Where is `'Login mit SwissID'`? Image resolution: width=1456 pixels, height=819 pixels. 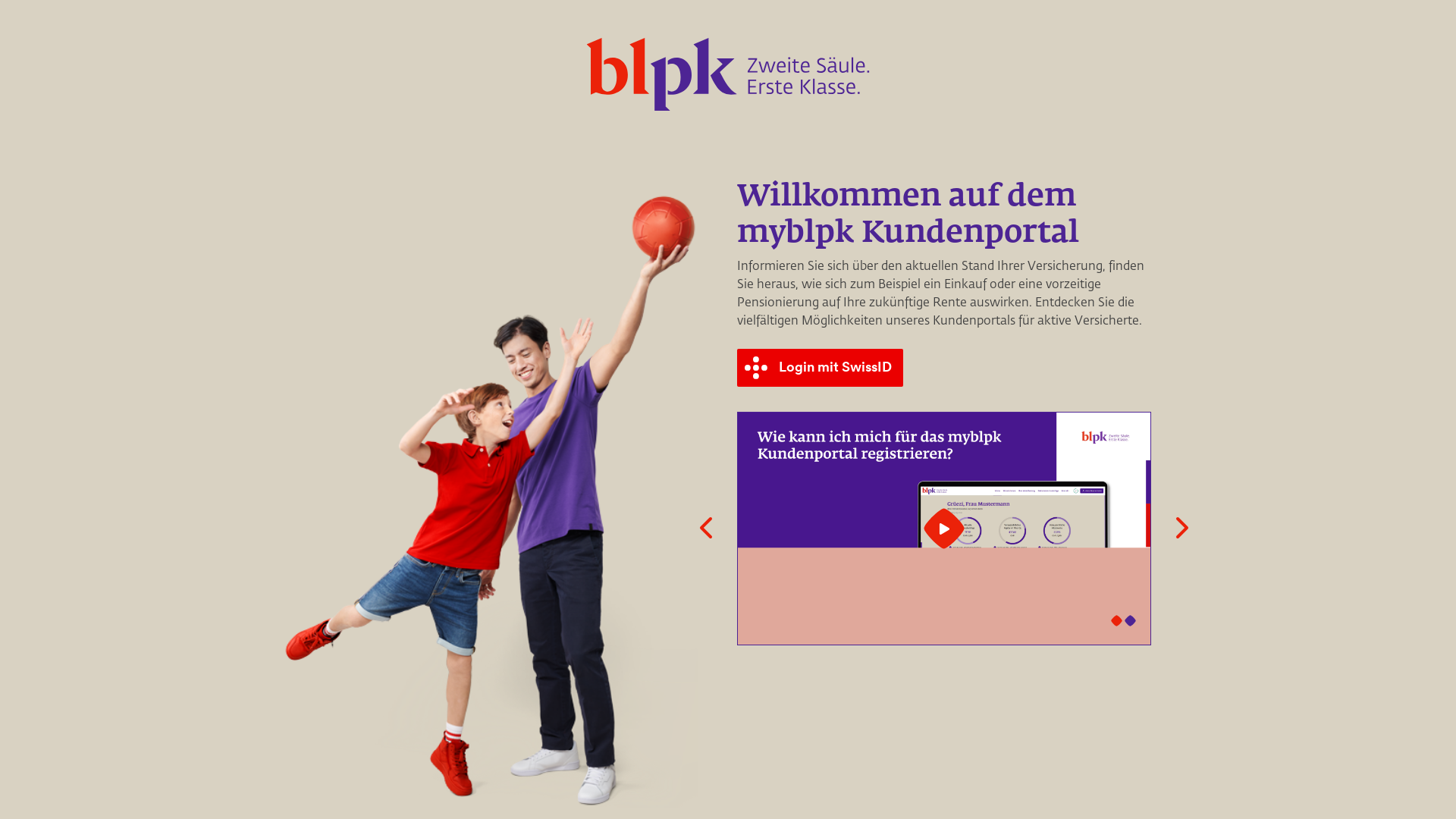
'Login mit SwissID' is located at coordinates (821, 368).